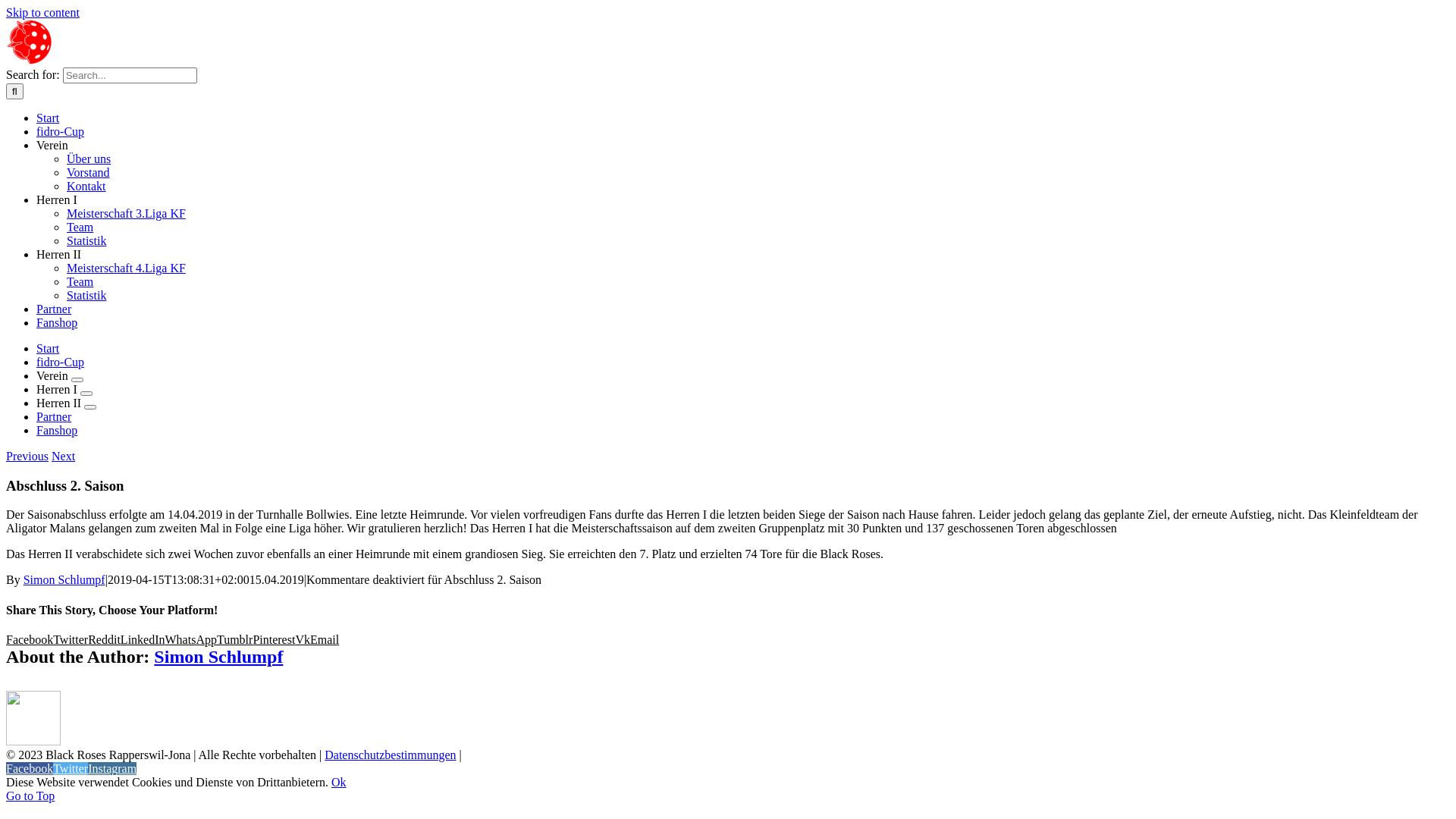  What do you see at coordinates (126, 267) in the screenshot?
I see `'Meisterschaft 4.Liga KF'` at bounding box center [126, 267].